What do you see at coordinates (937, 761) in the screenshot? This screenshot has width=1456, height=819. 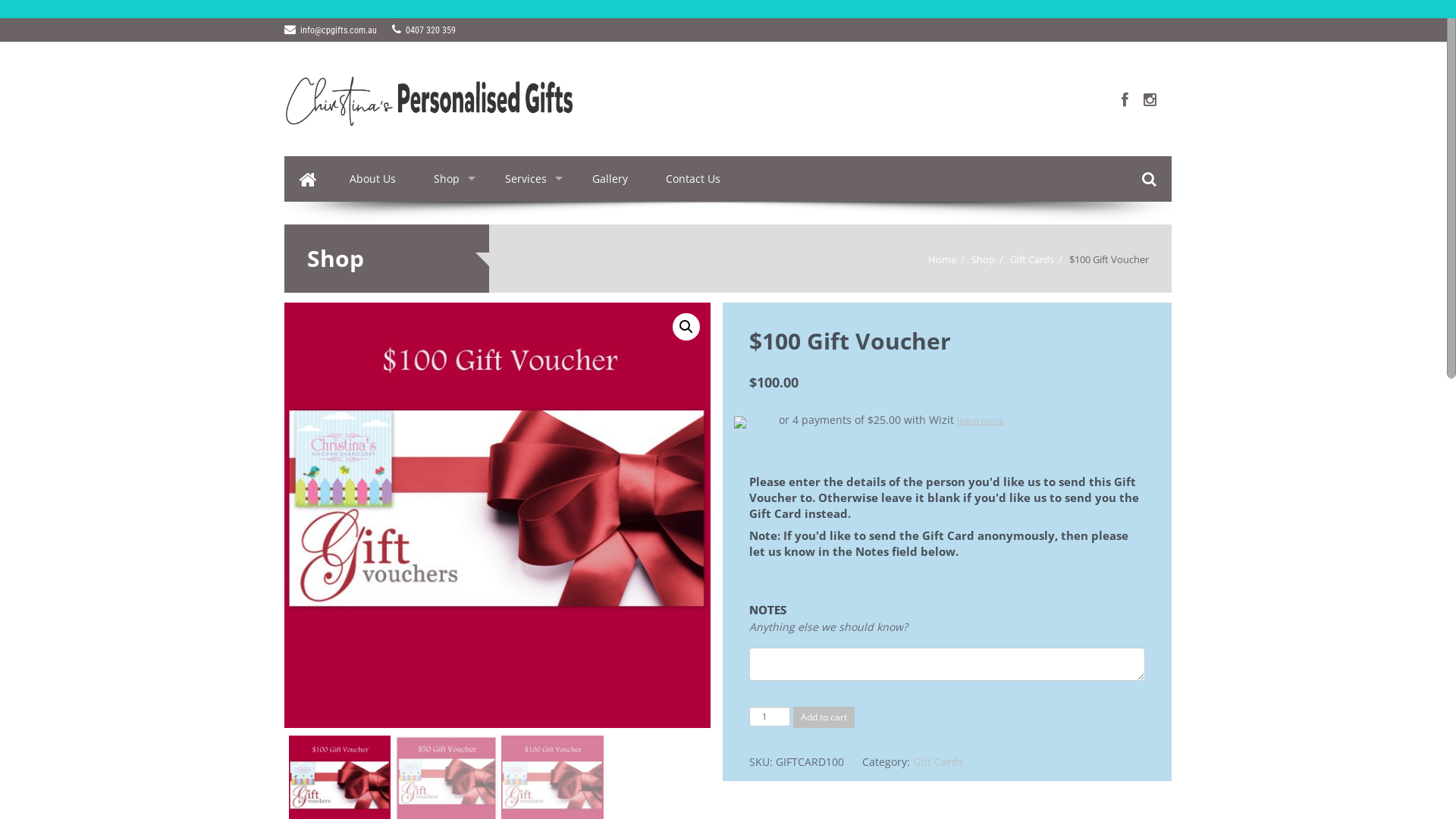 I see `'Gift Cards'` at bounding box center [937, 761].